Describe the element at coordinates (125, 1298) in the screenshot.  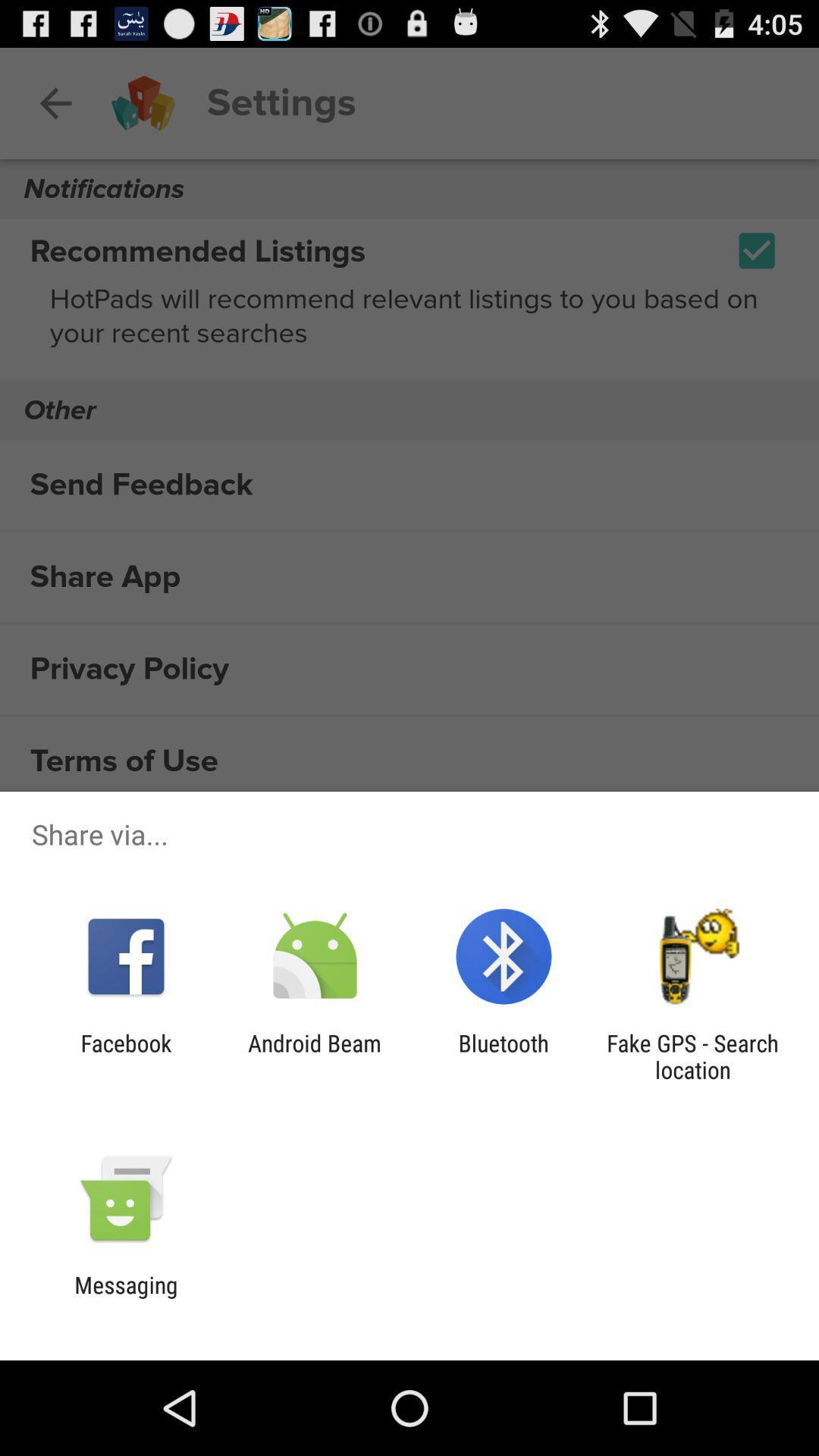
I see `messaging` at that location.